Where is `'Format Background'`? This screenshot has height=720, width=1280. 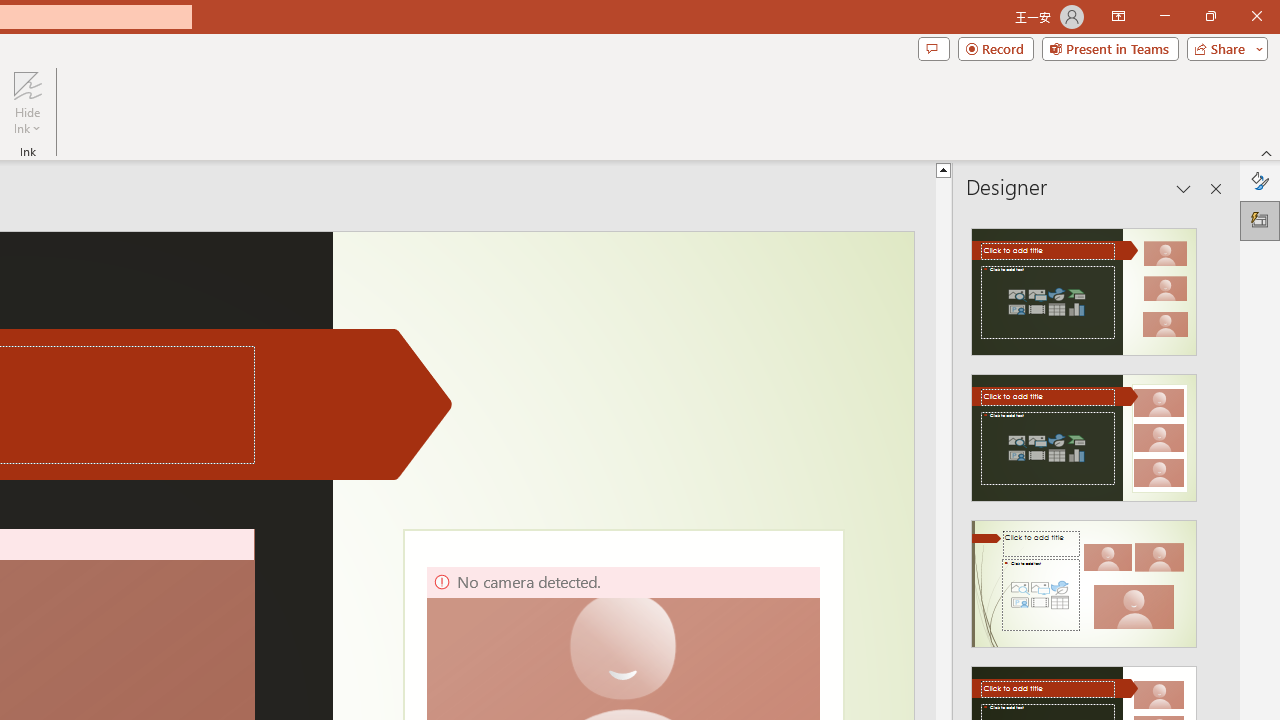
'Format Background' is located at coordinates (1259, 181).